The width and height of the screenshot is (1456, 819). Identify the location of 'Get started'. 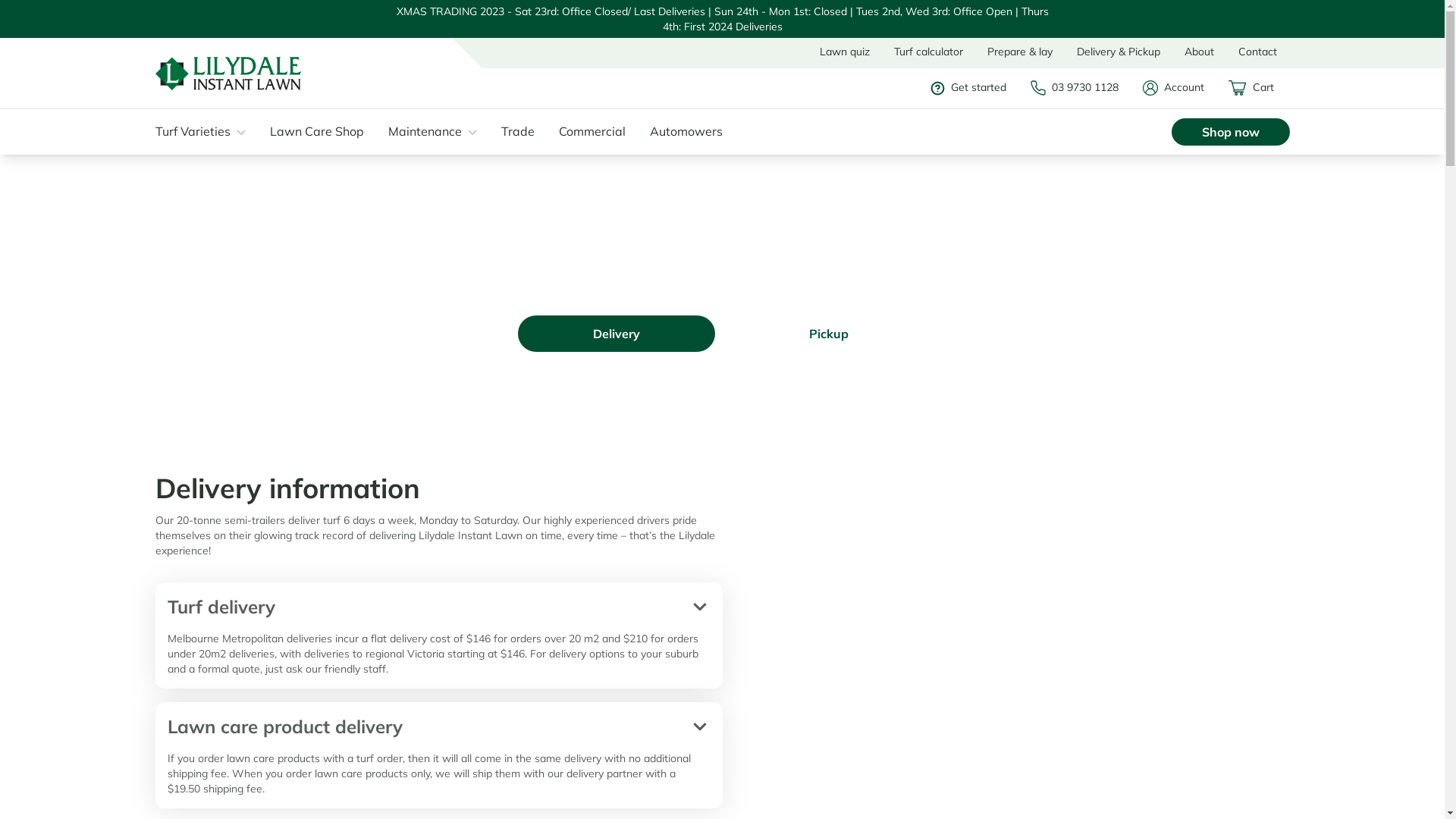
(930, 87).